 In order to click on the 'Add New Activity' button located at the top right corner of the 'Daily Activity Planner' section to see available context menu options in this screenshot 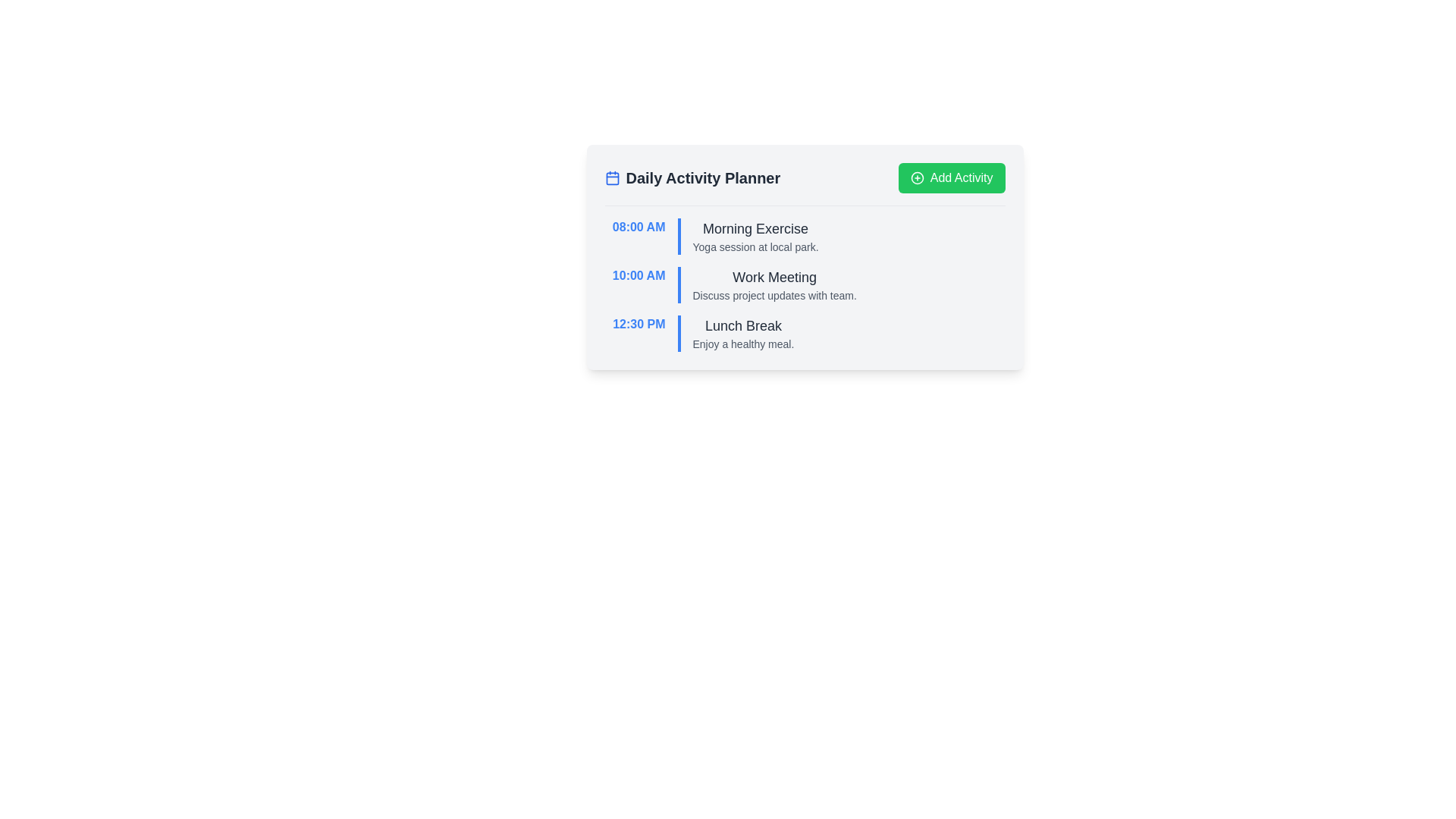, I will do `click(950, 177)`.